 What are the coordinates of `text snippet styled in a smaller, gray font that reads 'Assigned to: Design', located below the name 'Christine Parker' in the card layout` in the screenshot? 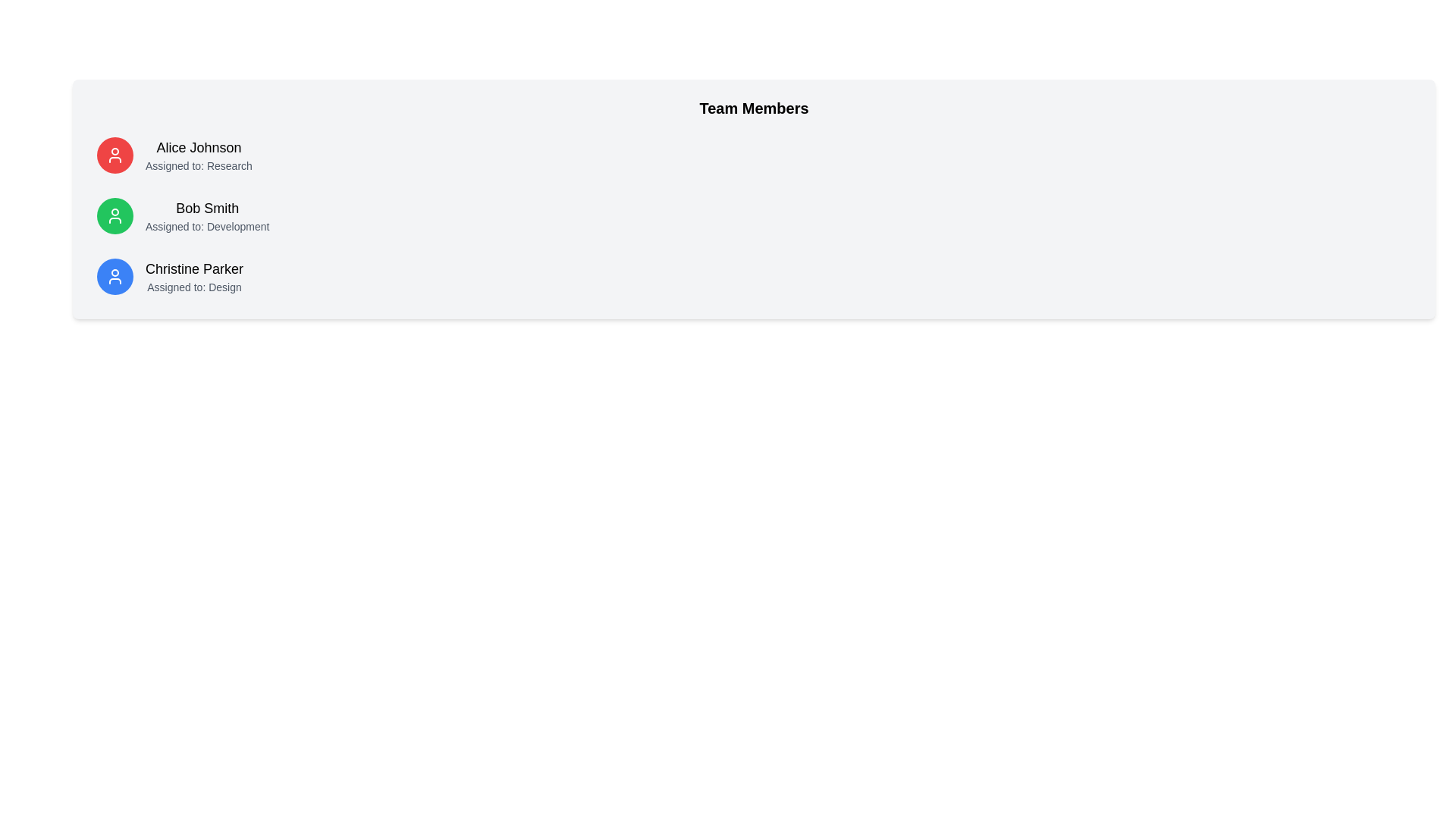 It's located at (193, 287).